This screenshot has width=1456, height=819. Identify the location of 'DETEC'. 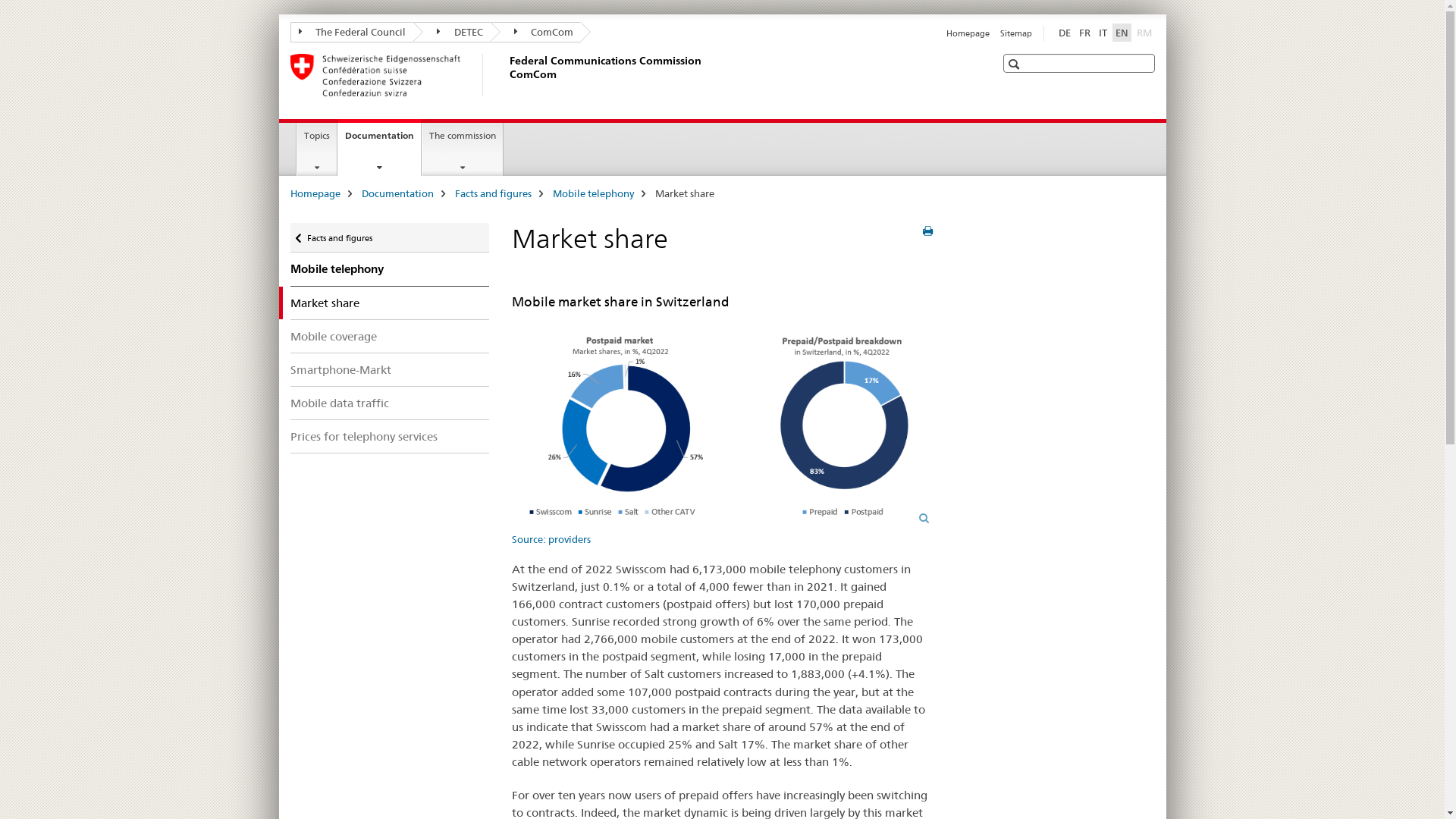
(450, 32).